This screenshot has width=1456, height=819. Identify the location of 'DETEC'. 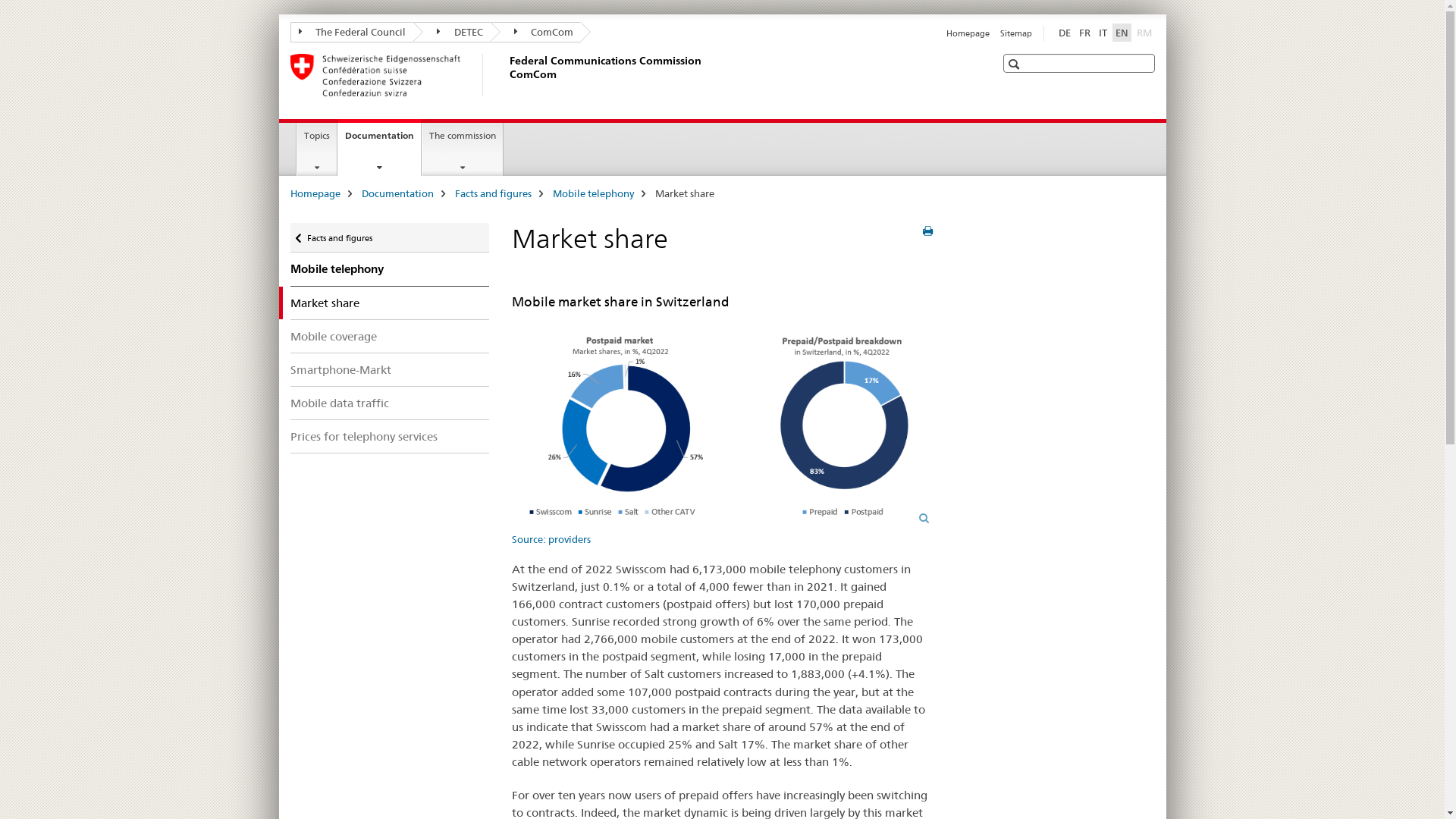
(450, 32).